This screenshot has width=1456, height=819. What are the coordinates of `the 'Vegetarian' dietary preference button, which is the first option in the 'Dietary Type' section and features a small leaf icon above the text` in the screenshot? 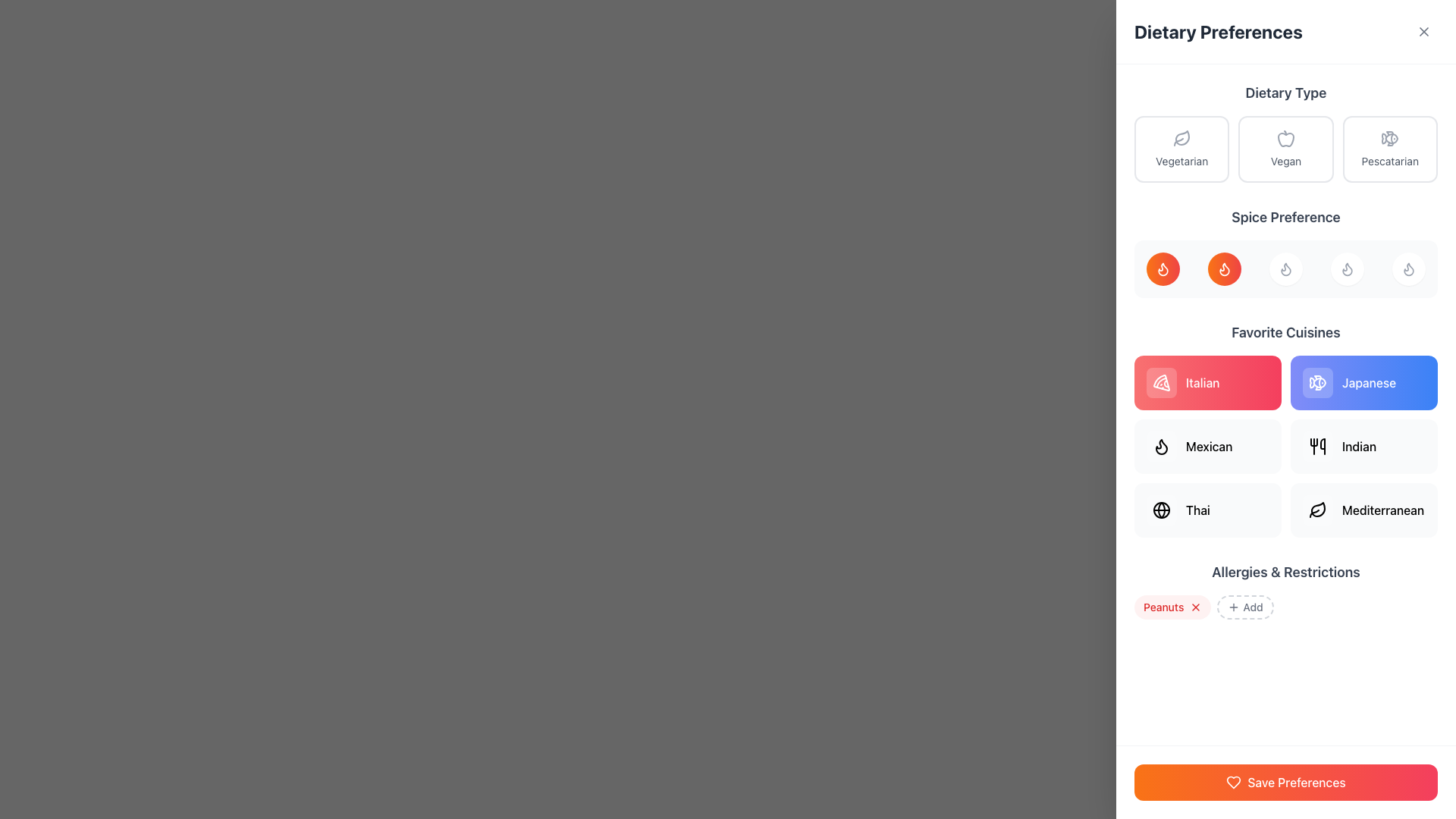 It's located at (1181, 149).